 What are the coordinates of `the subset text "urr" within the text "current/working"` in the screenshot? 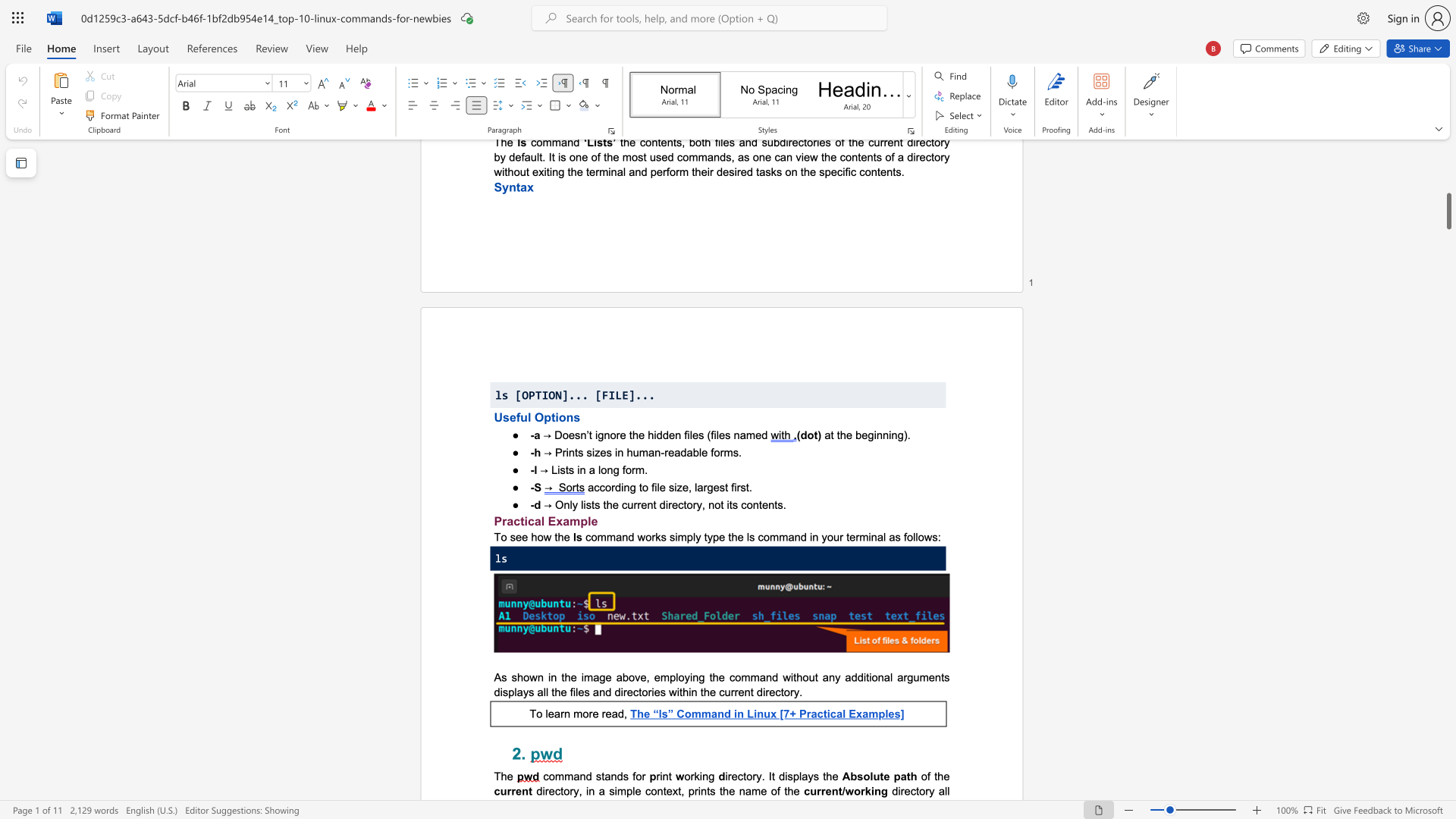 It's located at (809, 790).